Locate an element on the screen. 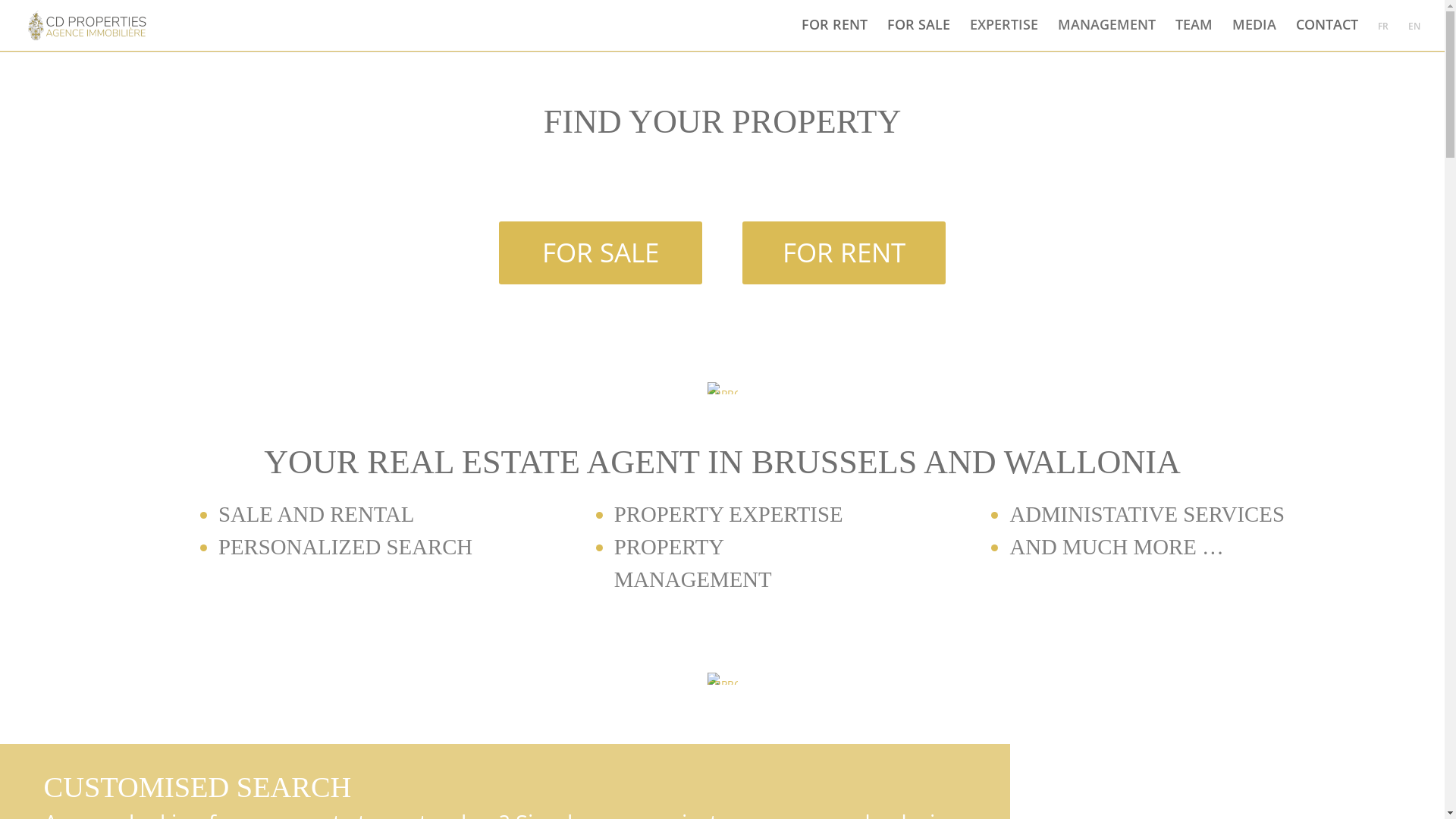 The width and height of the screenshot is (1456, 819). 'CONTACT' is located at coordinates (1326, 33).